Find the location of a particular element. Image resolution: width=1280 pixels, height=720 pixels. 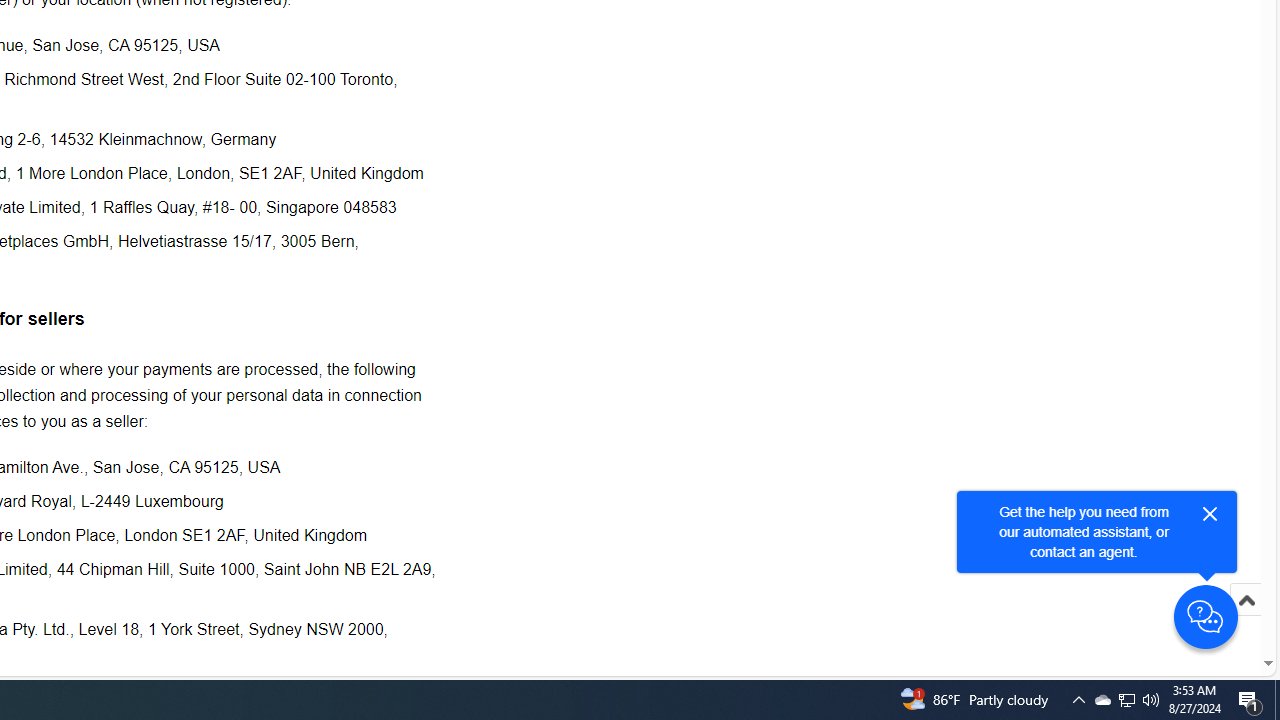

'Scroll to top' is located at coordinates (1245, 598).